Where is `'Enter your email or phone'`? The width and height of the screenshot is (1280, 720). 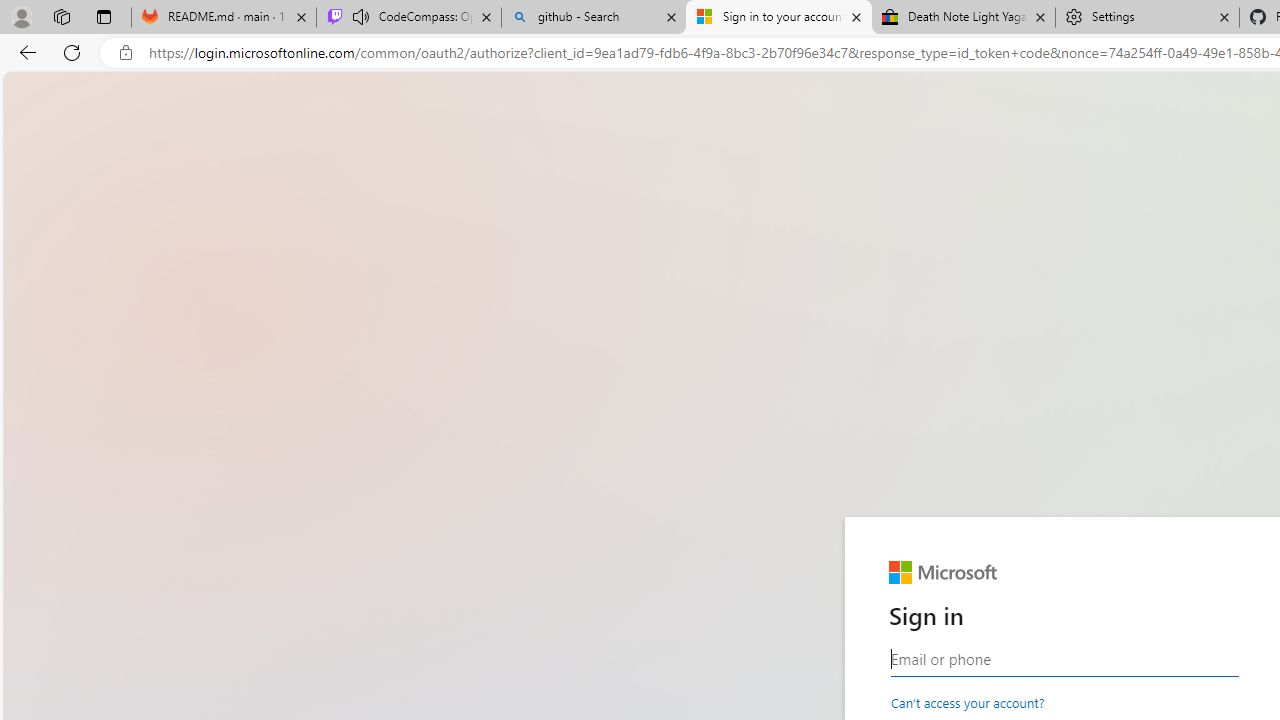 'Enter your email or phone' is located at coordinates (1063, 659).